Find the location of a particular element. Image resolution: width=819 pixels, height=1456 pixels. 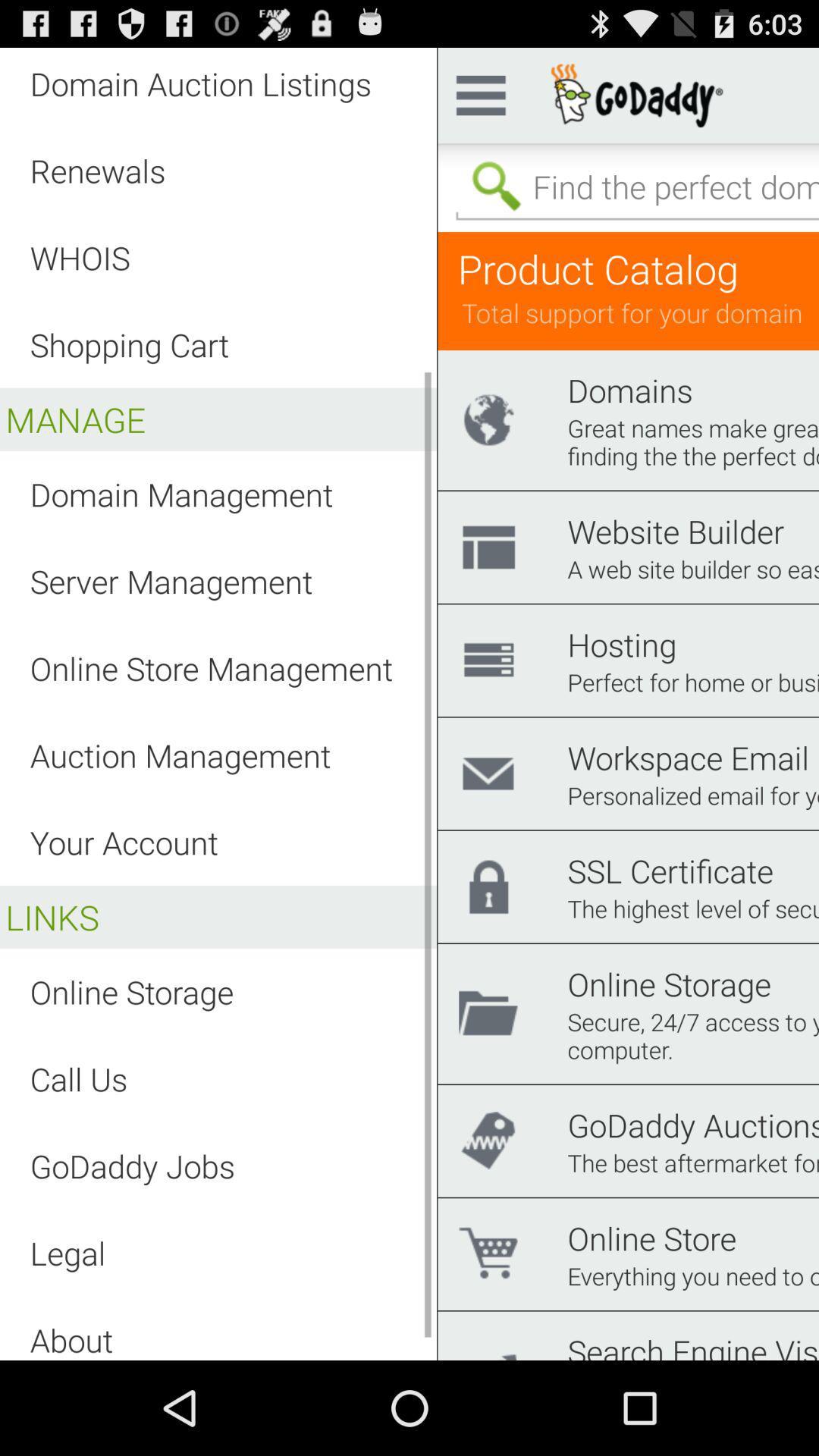

the icon above online store management is located at coordinates (171, 580).